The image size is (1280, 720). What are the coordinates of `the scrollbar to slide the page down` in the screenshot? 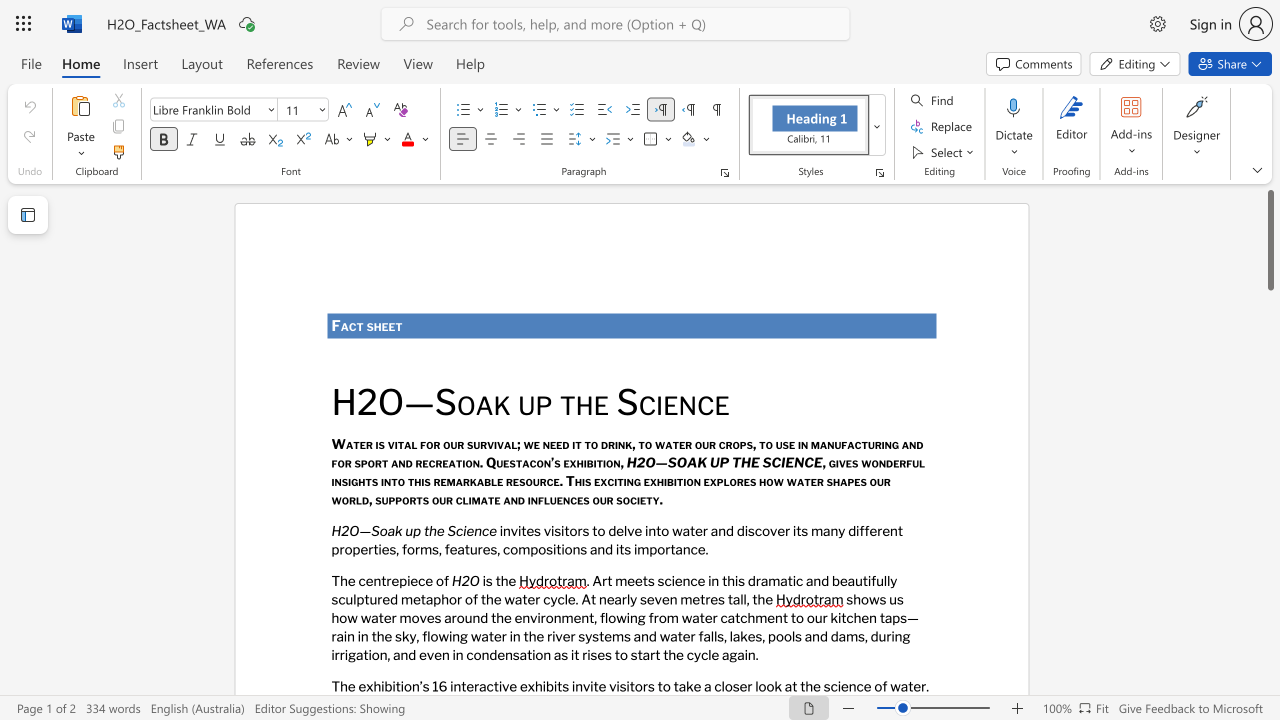 It's located at (1269, 490).